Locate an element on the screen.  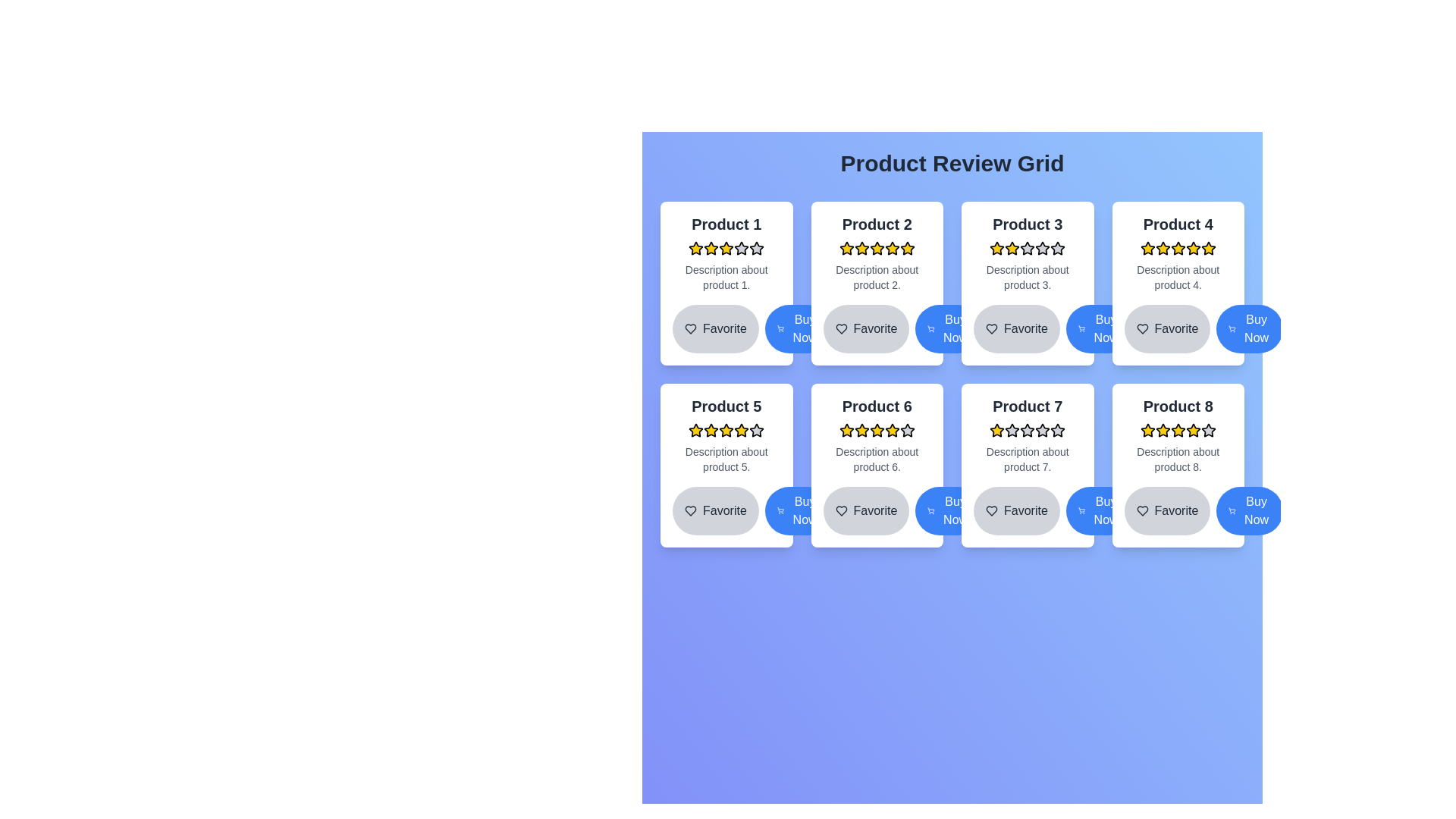
the fourth star icon in the rating system within 'Product 7' card to change the rating is located at coordinates (1028, 430).